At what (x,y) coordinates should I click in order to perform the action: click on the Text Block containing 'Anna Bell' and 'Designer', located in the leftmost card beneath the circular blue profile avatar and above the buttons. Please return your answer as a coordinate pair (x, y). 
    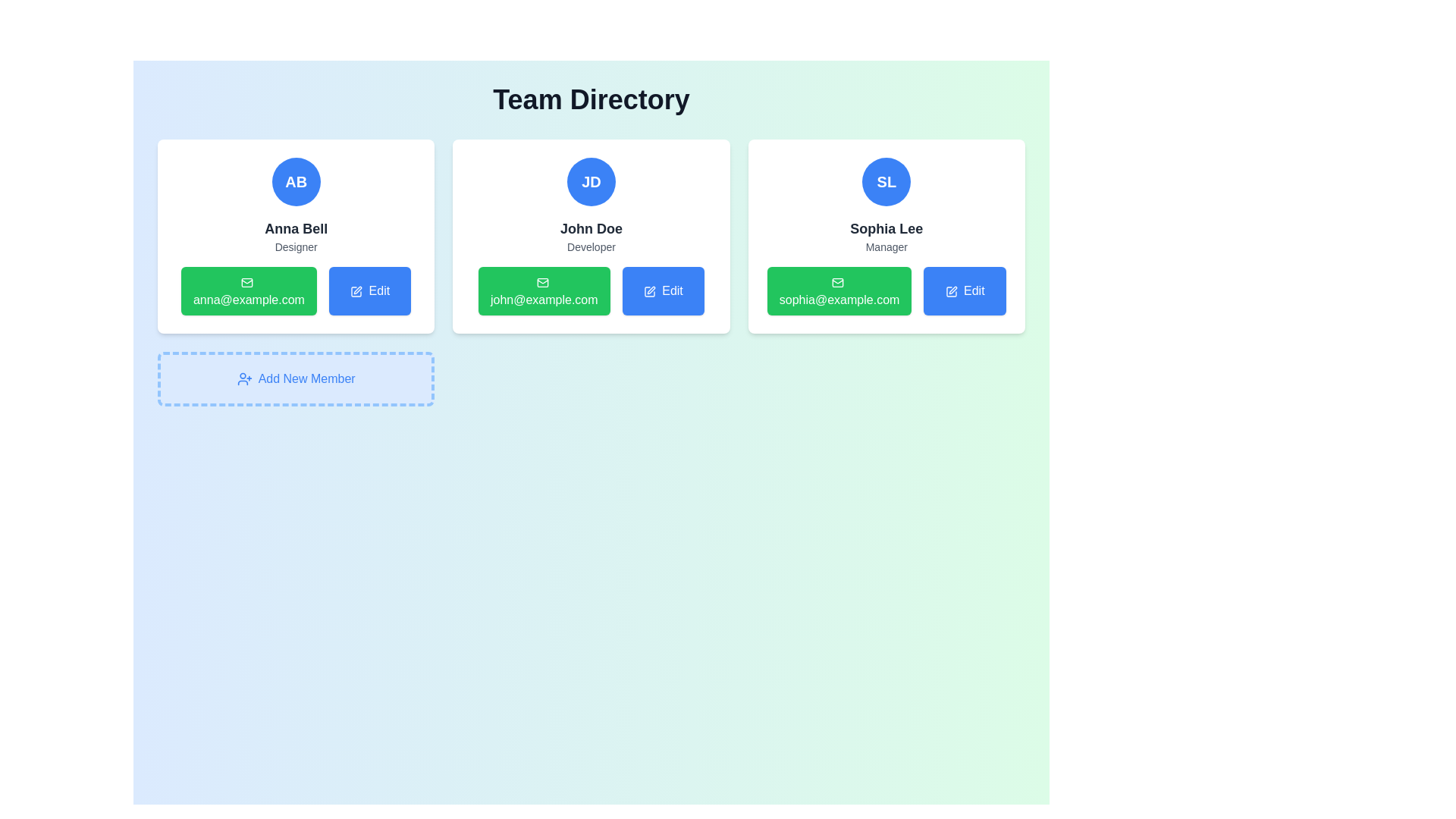
    Looking at the image, I should click on (296, 237).